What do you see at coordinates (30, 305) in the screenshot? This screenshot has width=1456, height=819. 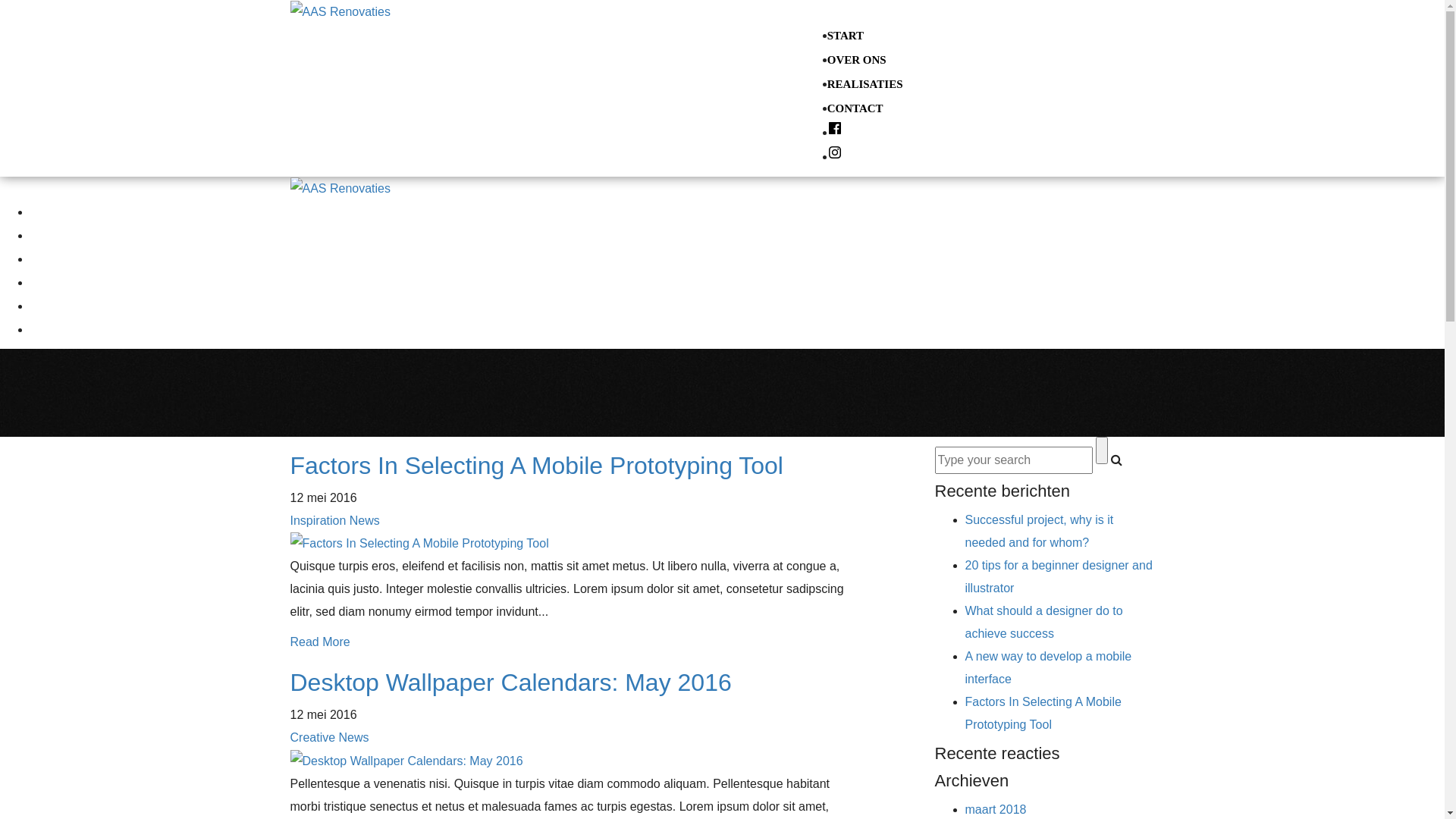 I see `'Facebook'` at bounding box center [30, 305].